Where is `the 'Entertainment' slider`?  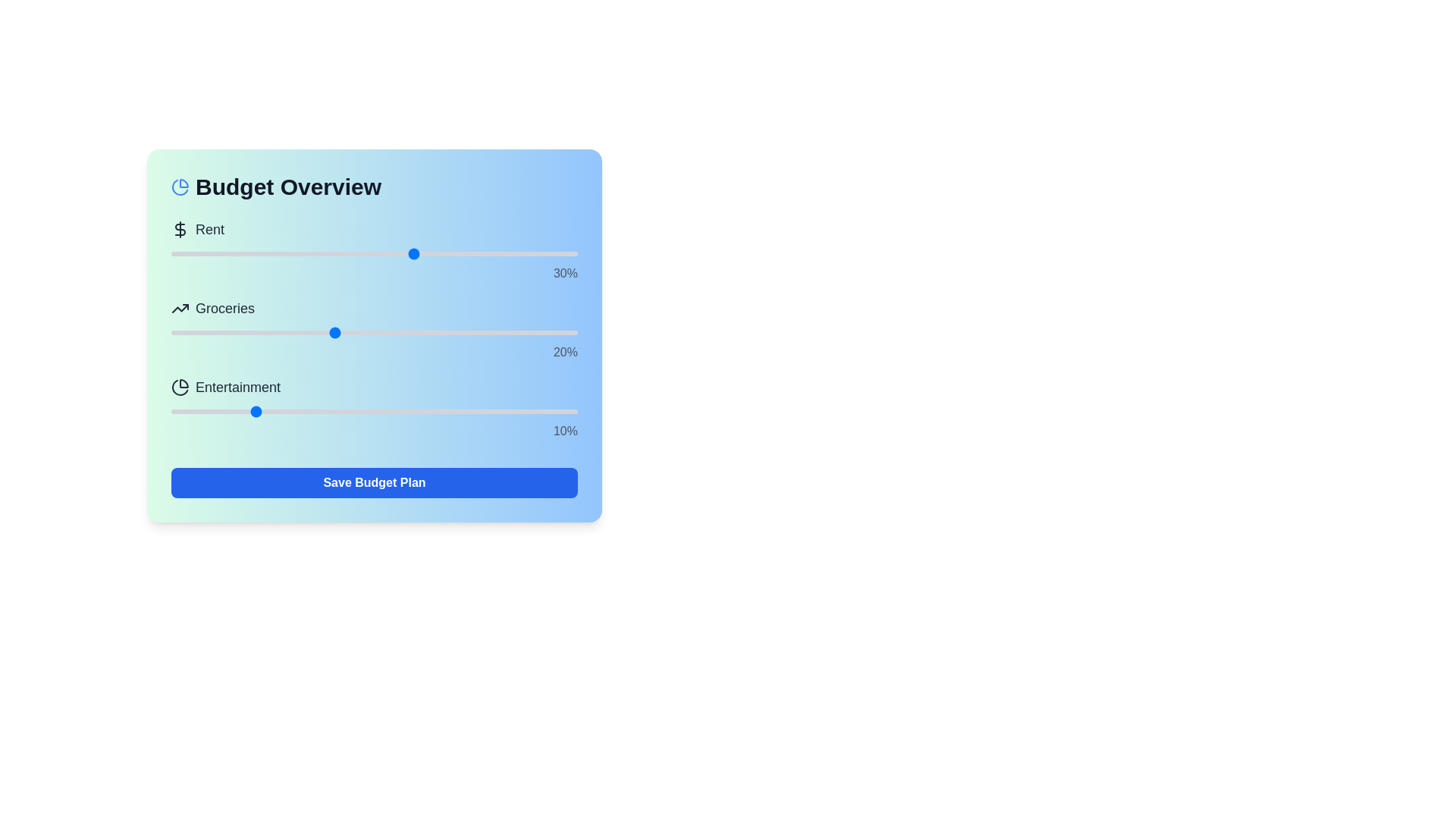
the 'Entertainment' slider is located at coordinates (529, 412).